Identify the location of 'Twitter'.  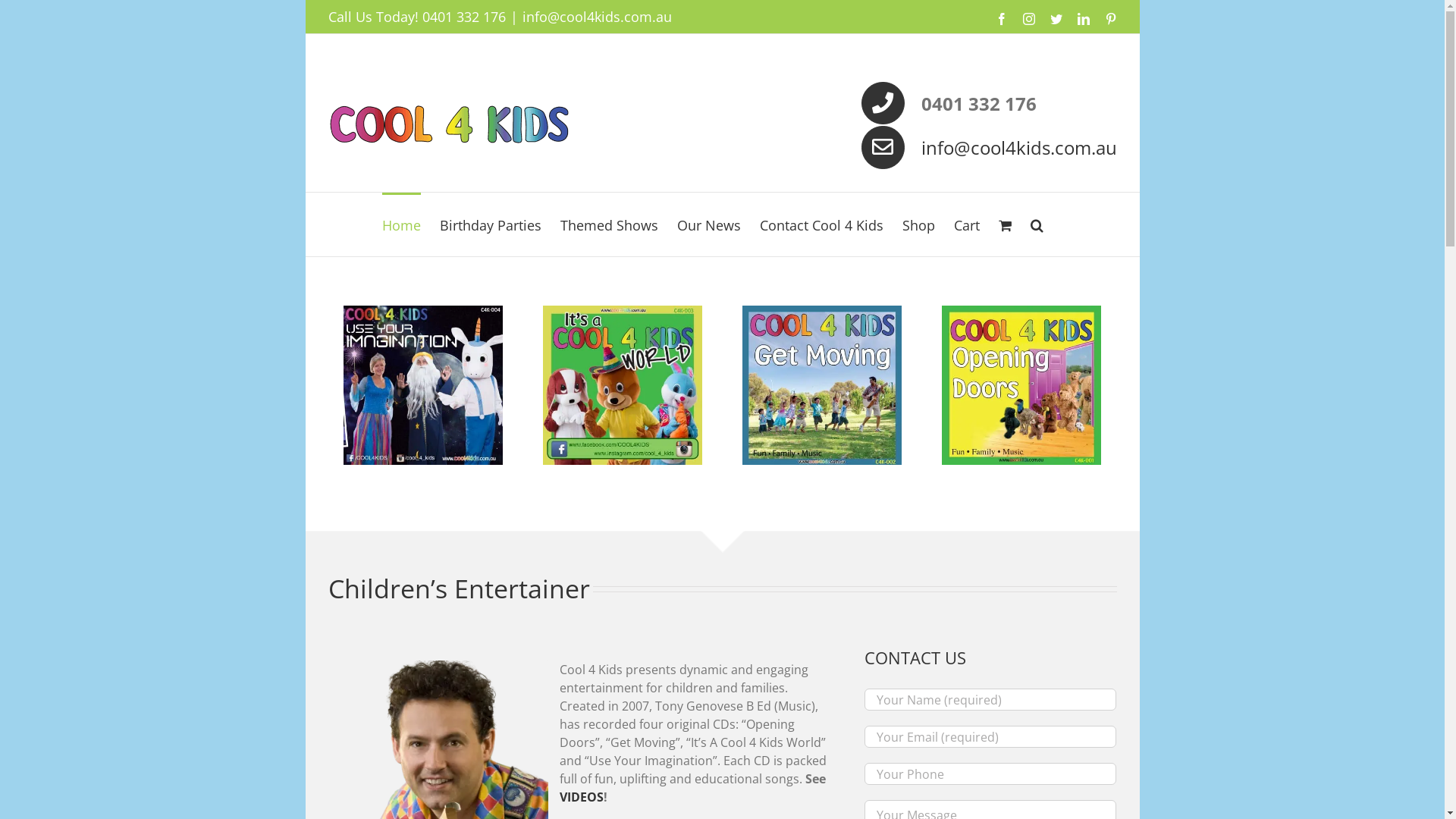
(1048, 18).